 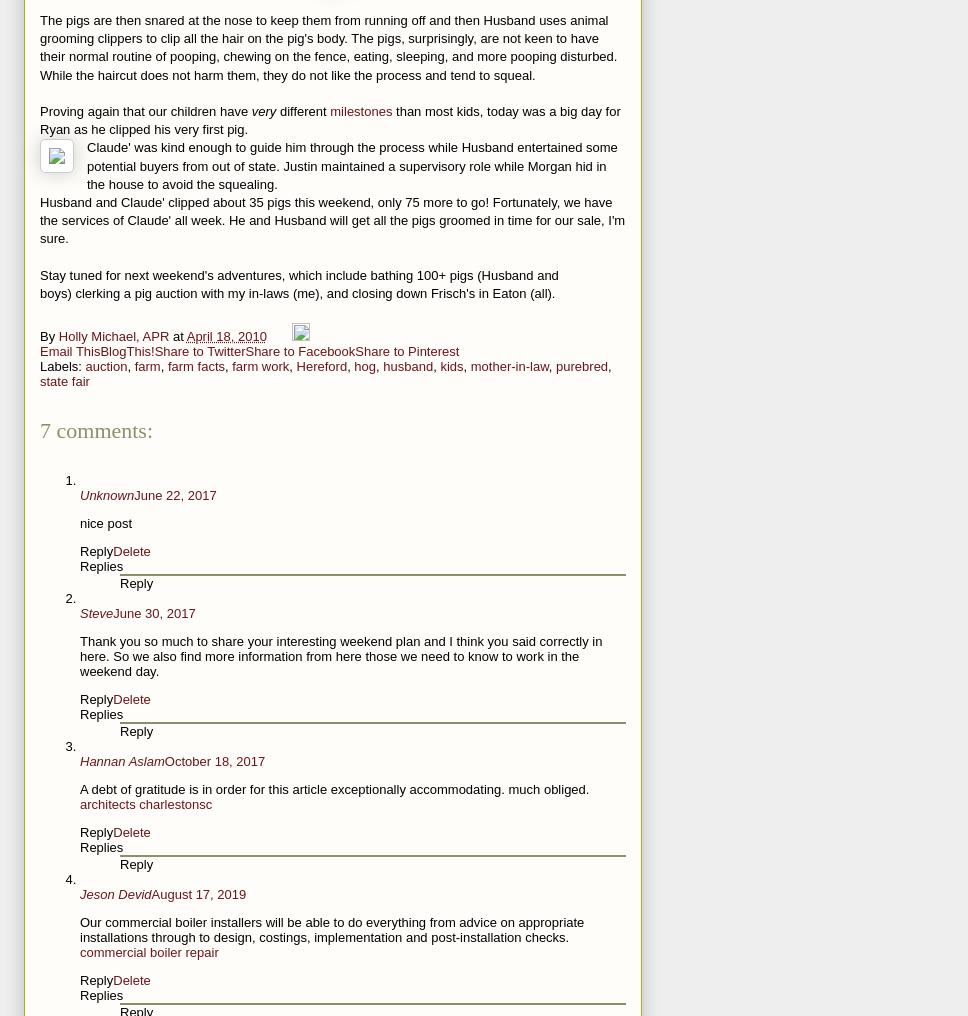 What do you see at coordinates (198, 893) in the screenshot?
I see `'August 17, 2019'` at bounding box center [198, 893].